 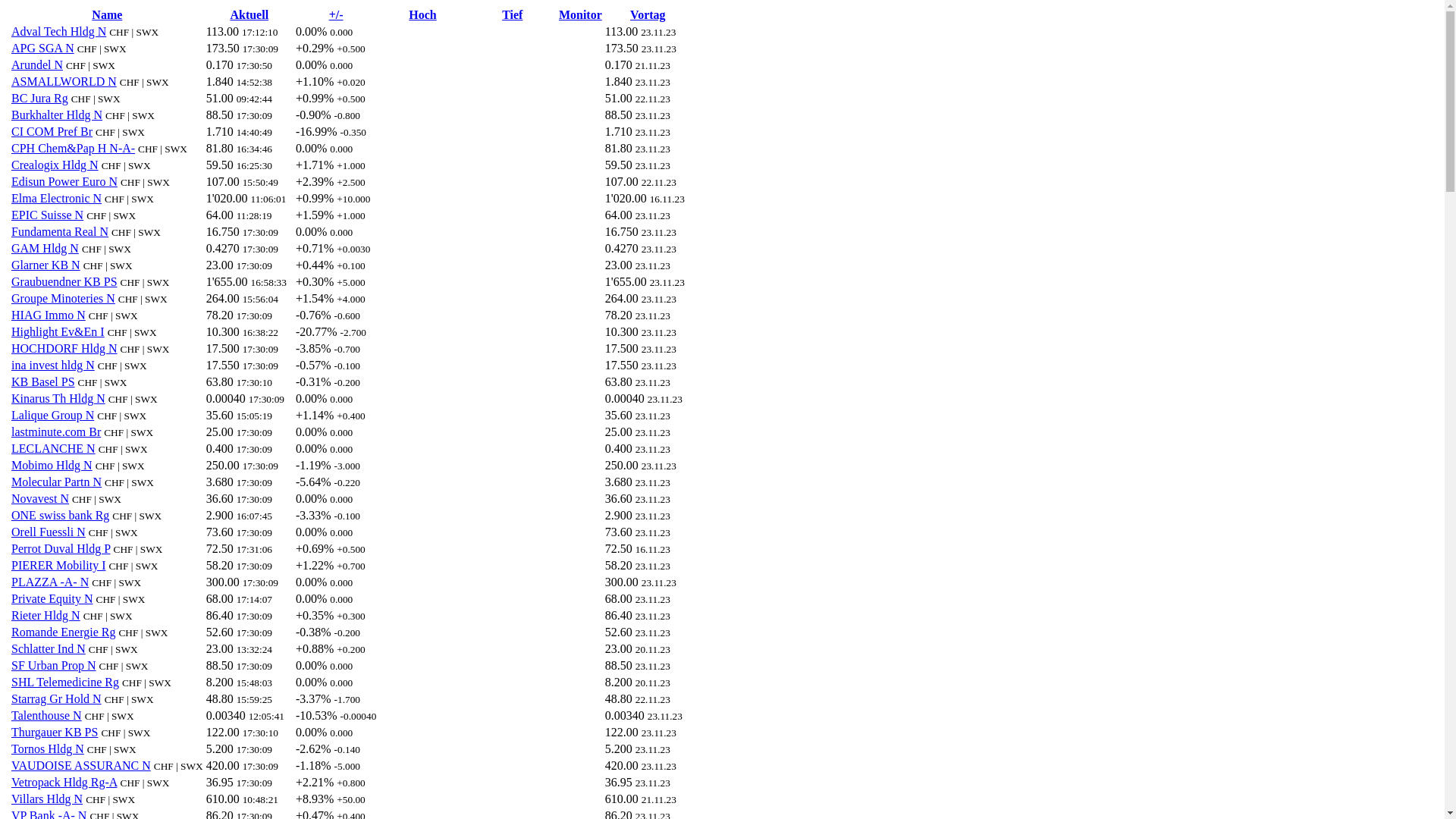 I want to click on 'Hoch', so click(x=422, y=14).